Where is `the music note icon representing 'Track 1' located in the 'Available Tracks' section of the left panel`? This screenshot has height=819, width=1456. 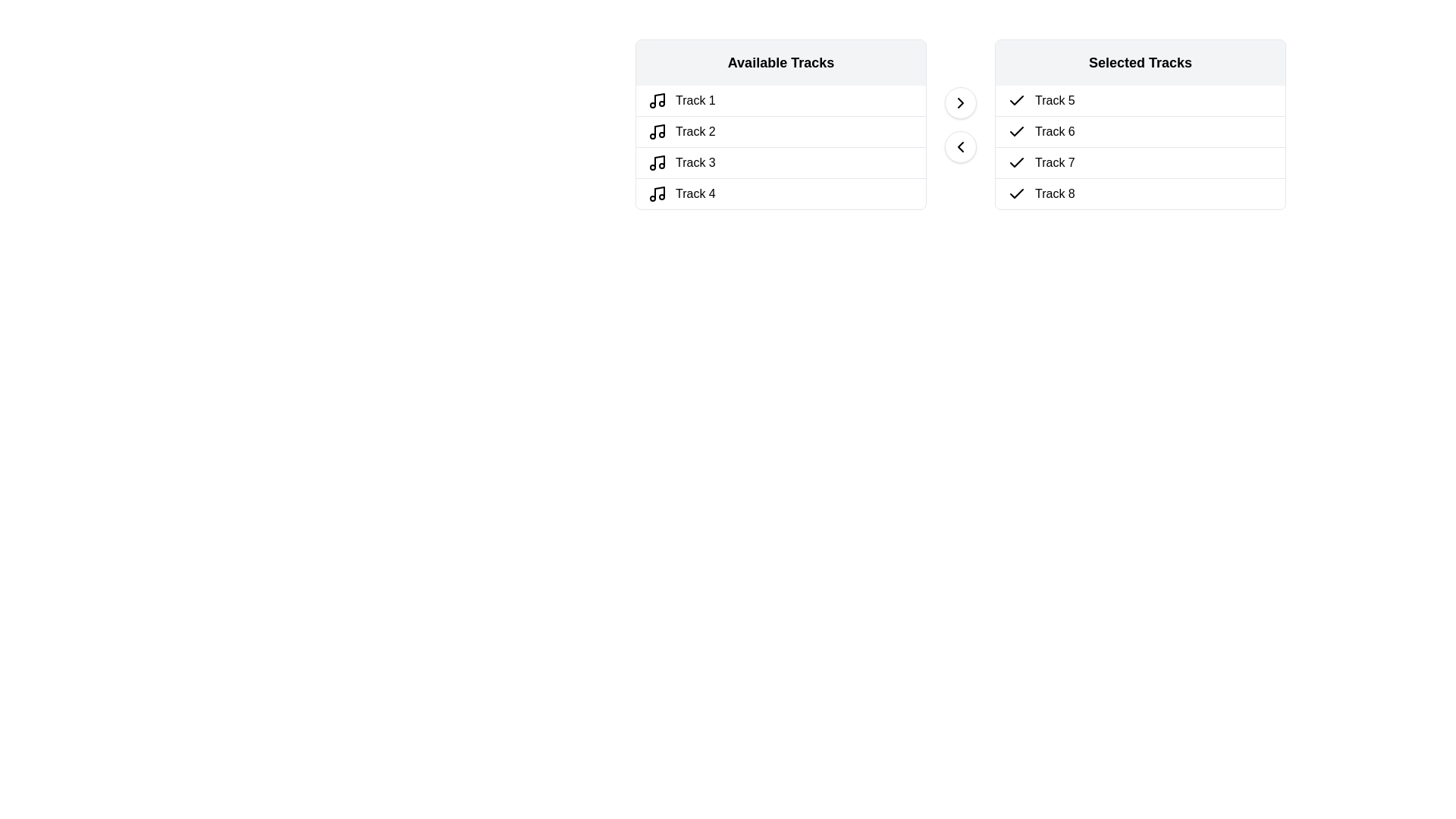
the music note icon representing 'Track 1' located in the 'Available Tracks' section of the left panel is located at coordinates (657, 100).